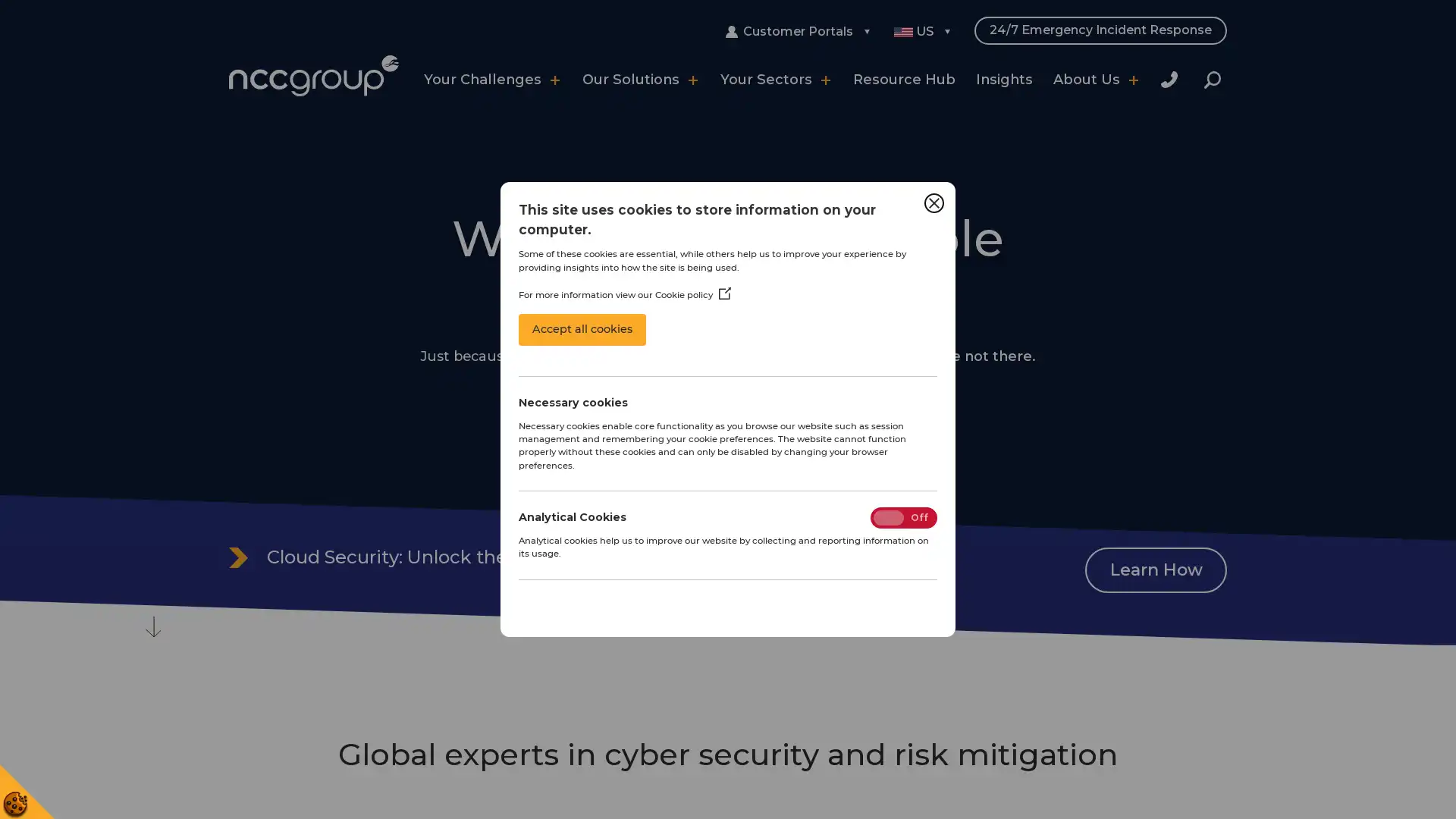 The image size is (1456, 819). Describe the element at coordinates (582, 328) in the screenshot. I see `Accept all cookies` at that location.